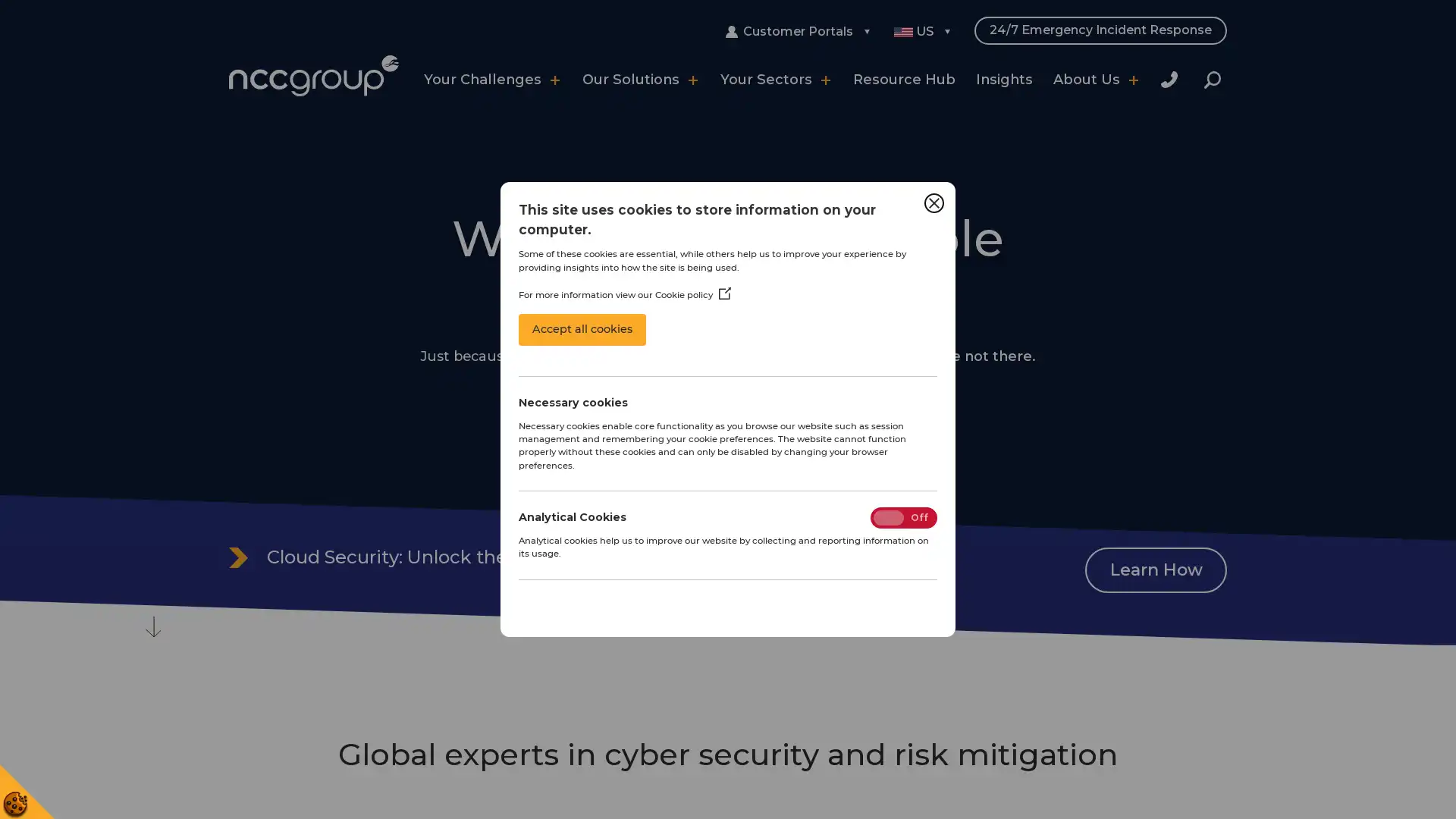 The image size is (1456, 819). Describe the element at coordinates (582, 328) in the screenshot. I see `Accept all cookies` at that location.